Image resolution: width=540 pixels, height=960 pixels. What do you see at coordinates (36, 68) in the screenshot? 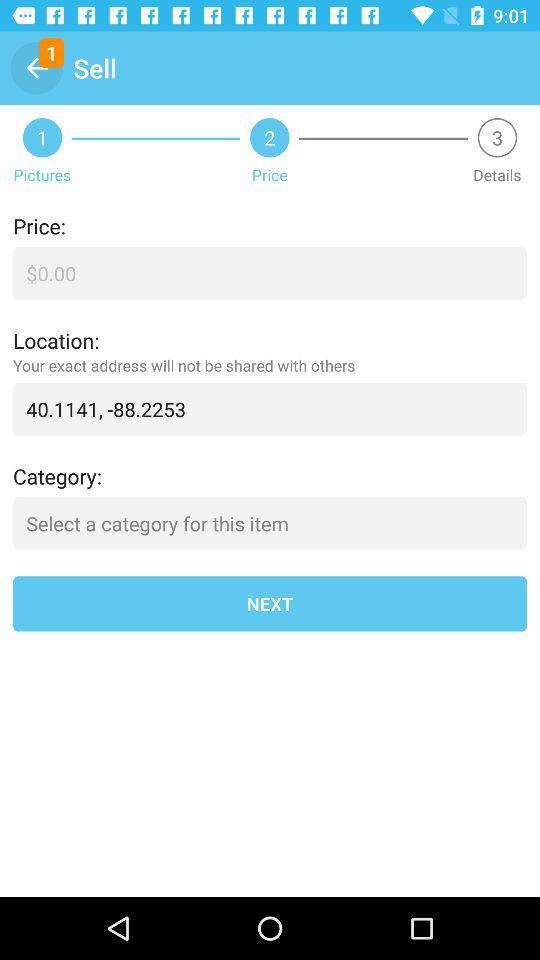
I see `item next to the sell item` at bounding box center [36, 68].